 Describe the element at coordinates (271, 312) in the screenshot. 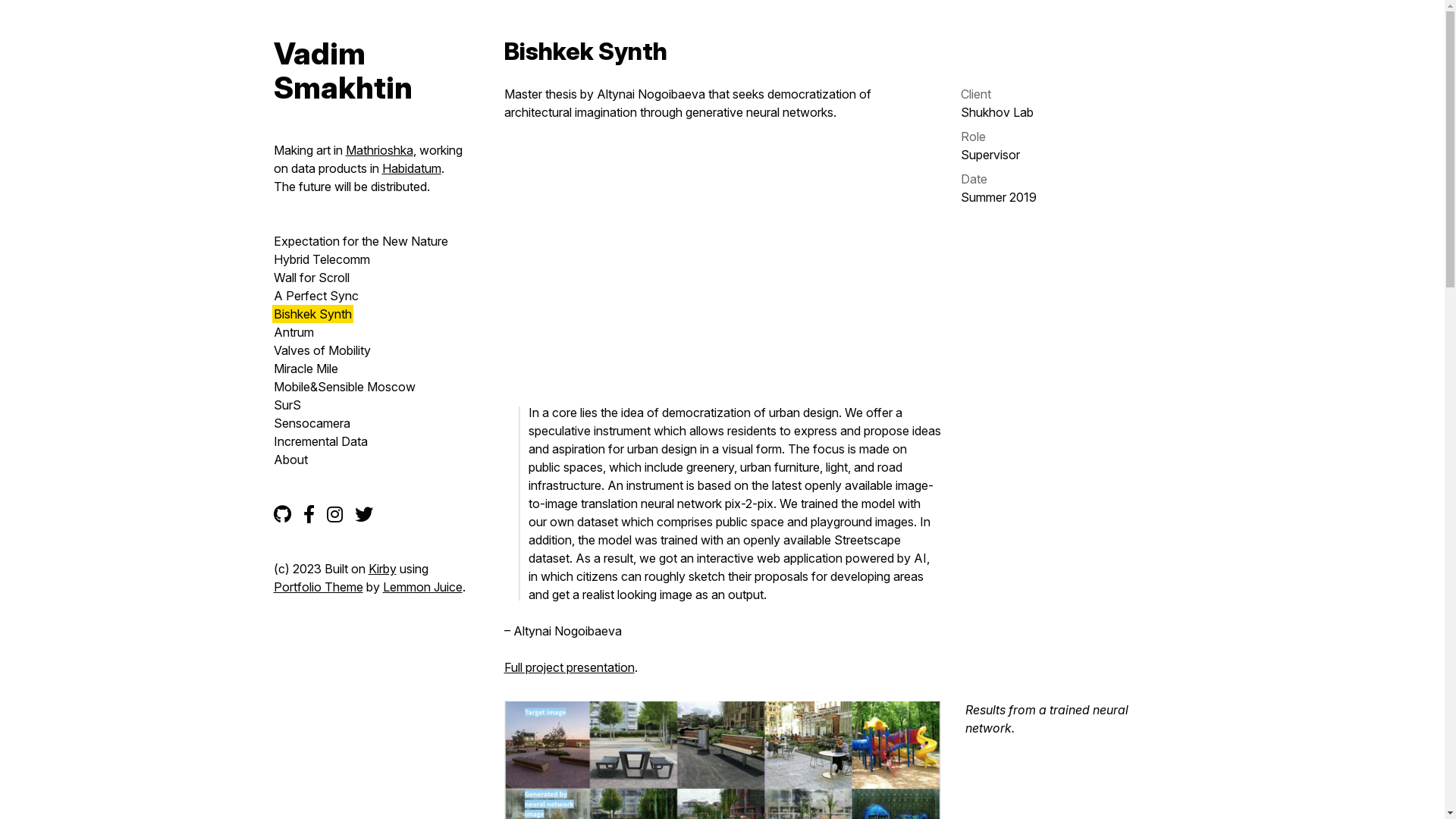

I see `'Bishkek Synth'` at that location.